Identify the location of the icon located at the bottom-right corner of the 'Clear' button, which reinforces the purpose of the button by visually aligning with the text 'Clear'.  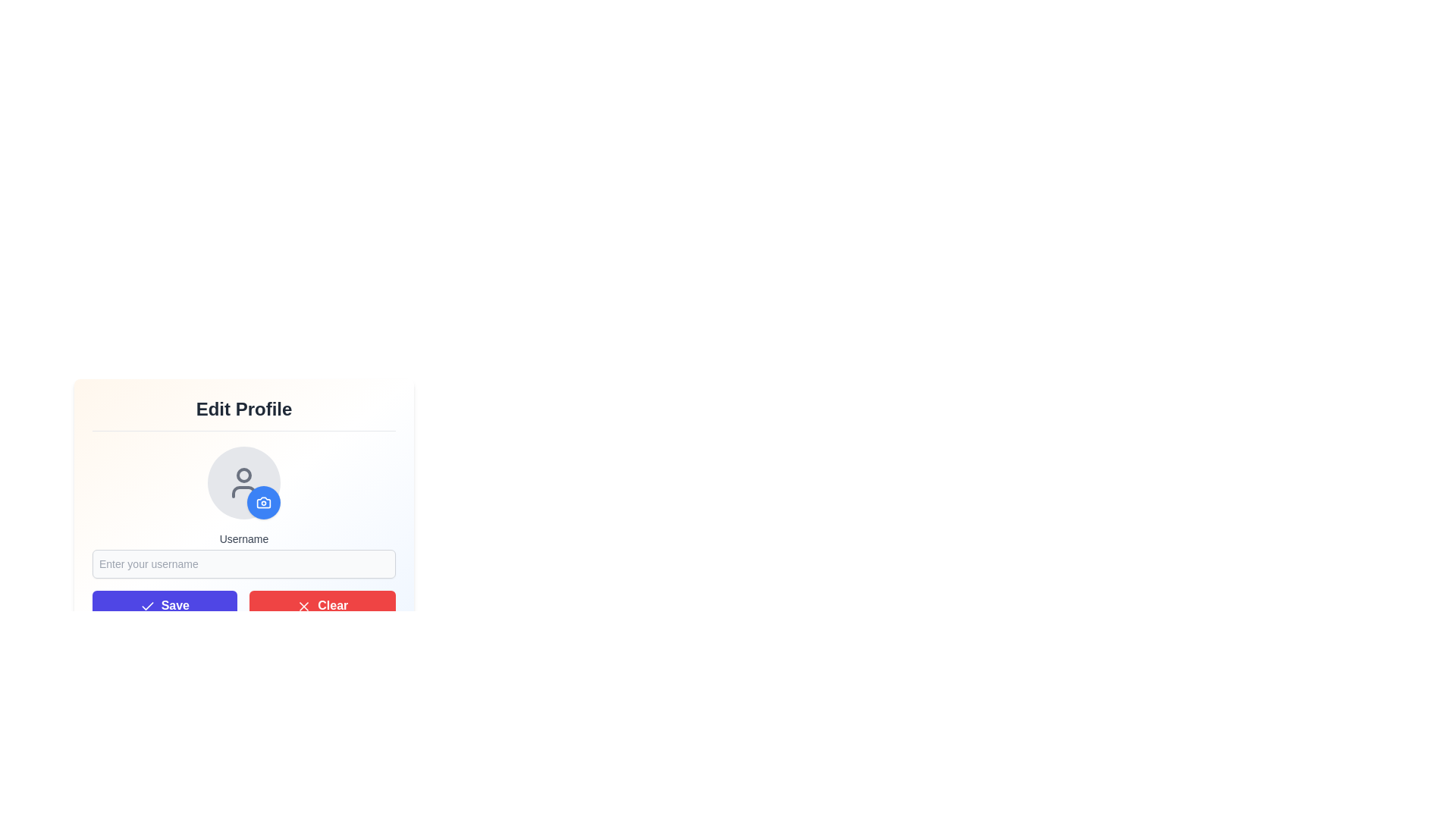
(303, 605).